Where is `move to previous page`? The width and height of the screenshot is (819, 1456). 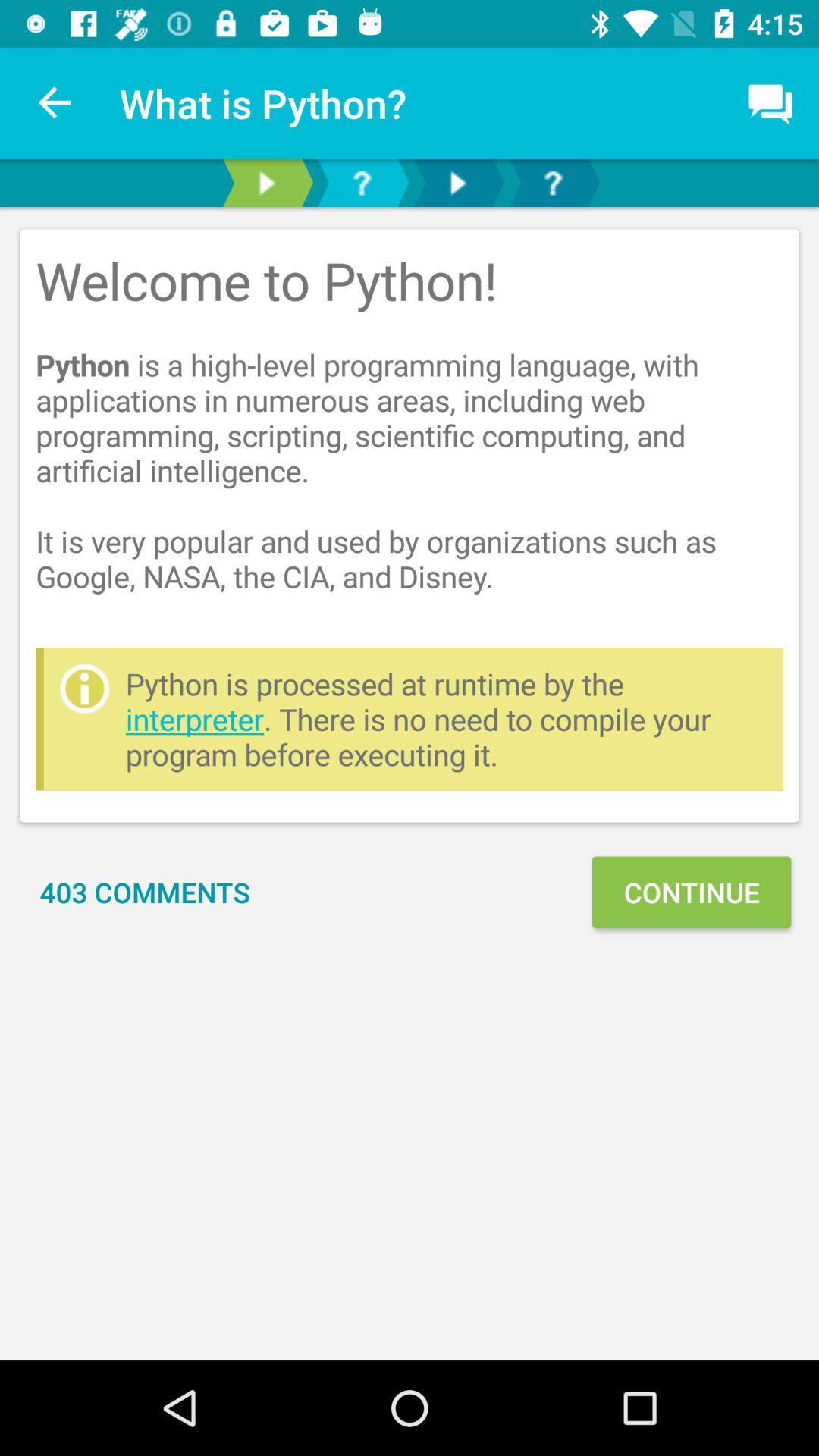
move to previous page is located at coordinates (265, 182).